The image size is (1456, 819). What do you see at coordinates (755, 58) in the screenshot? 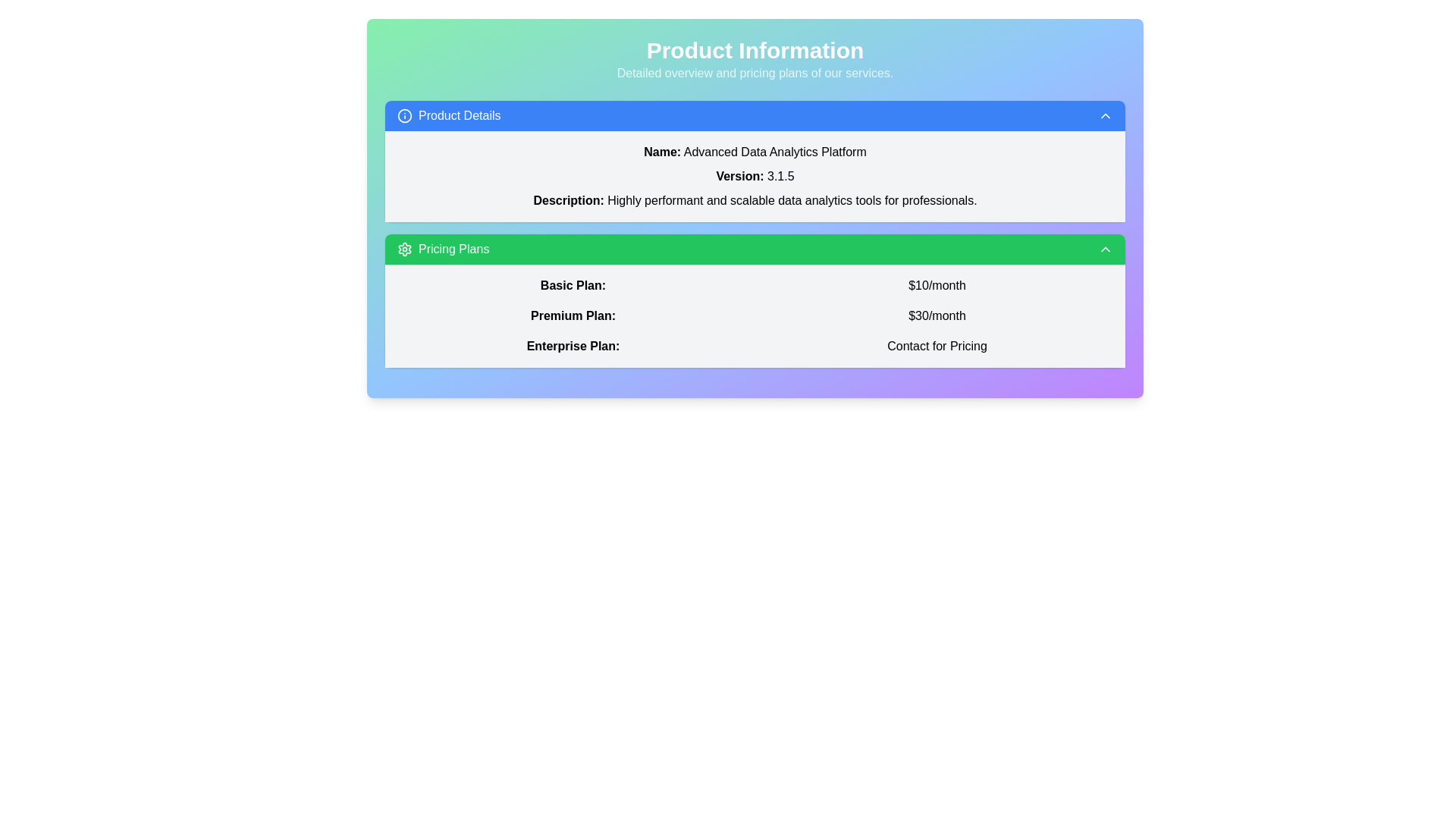
I see `the textual header titled 'Product Information' with the subtitle 'Detailed overview and pricing plans of our services'` at bounding box center [755, 58].